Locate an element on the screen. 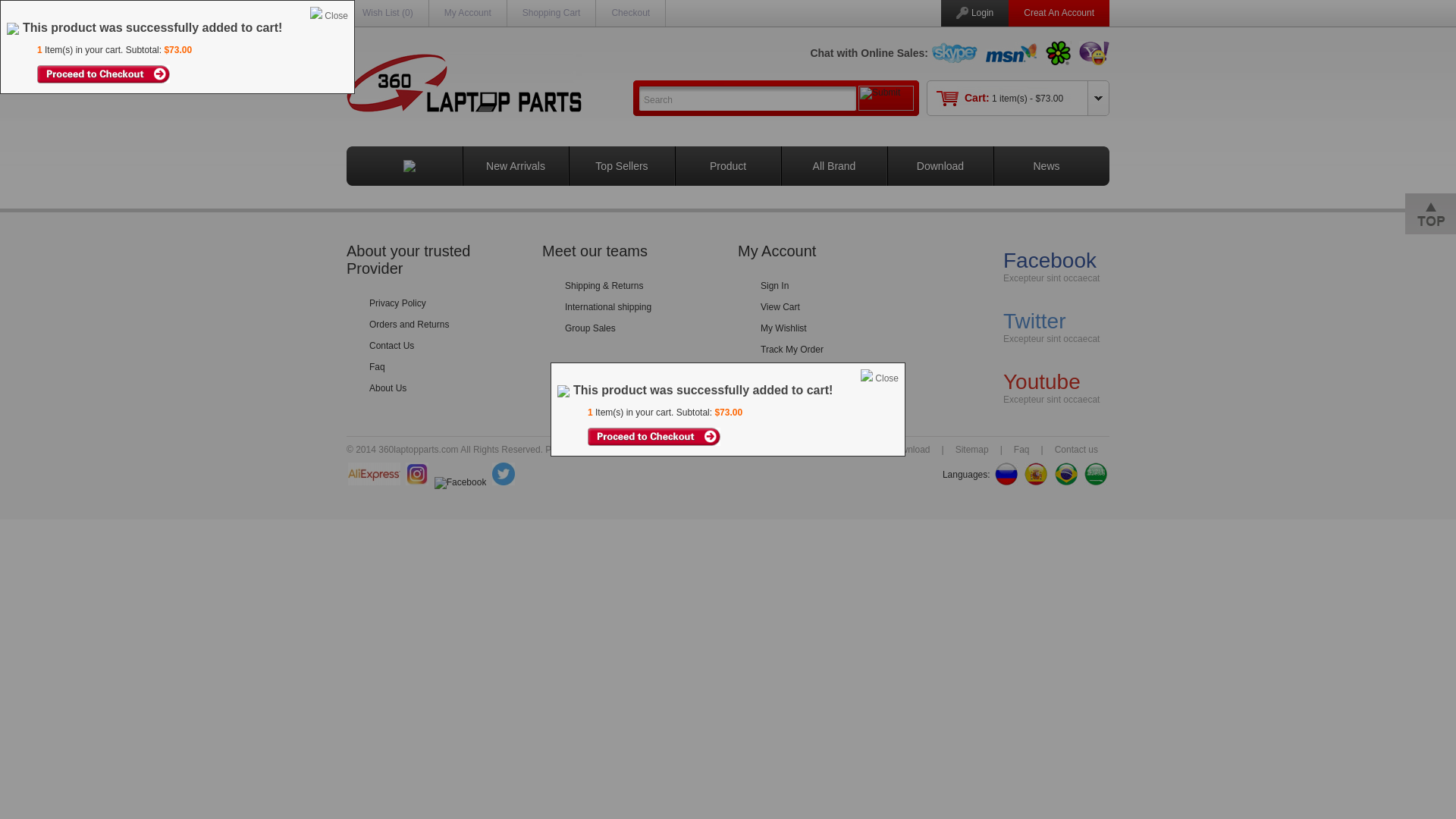 This screenshot has width=1456, height=819. '360 laptop parts limited a laptop parts supplyer.' is located at coordinates (345, 83).